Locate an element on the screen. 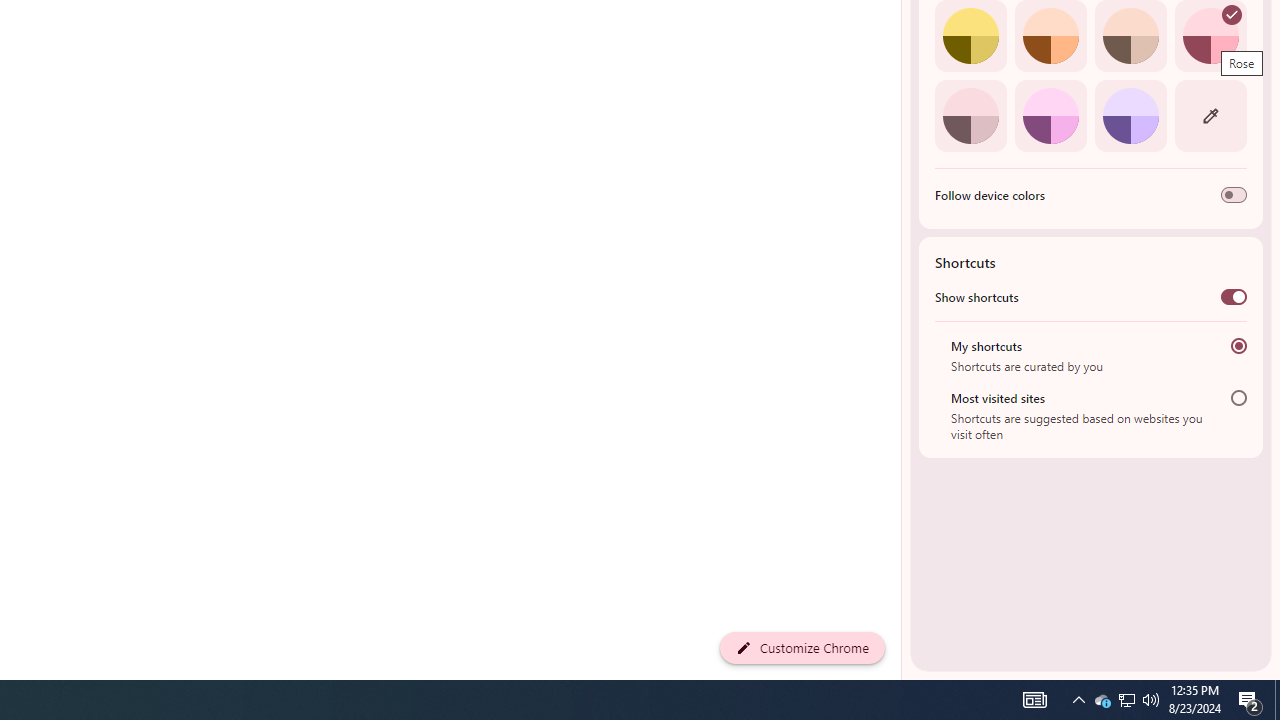 The image size is (1280, 720). 'Apricot' is located at coordinates (1130, 36).